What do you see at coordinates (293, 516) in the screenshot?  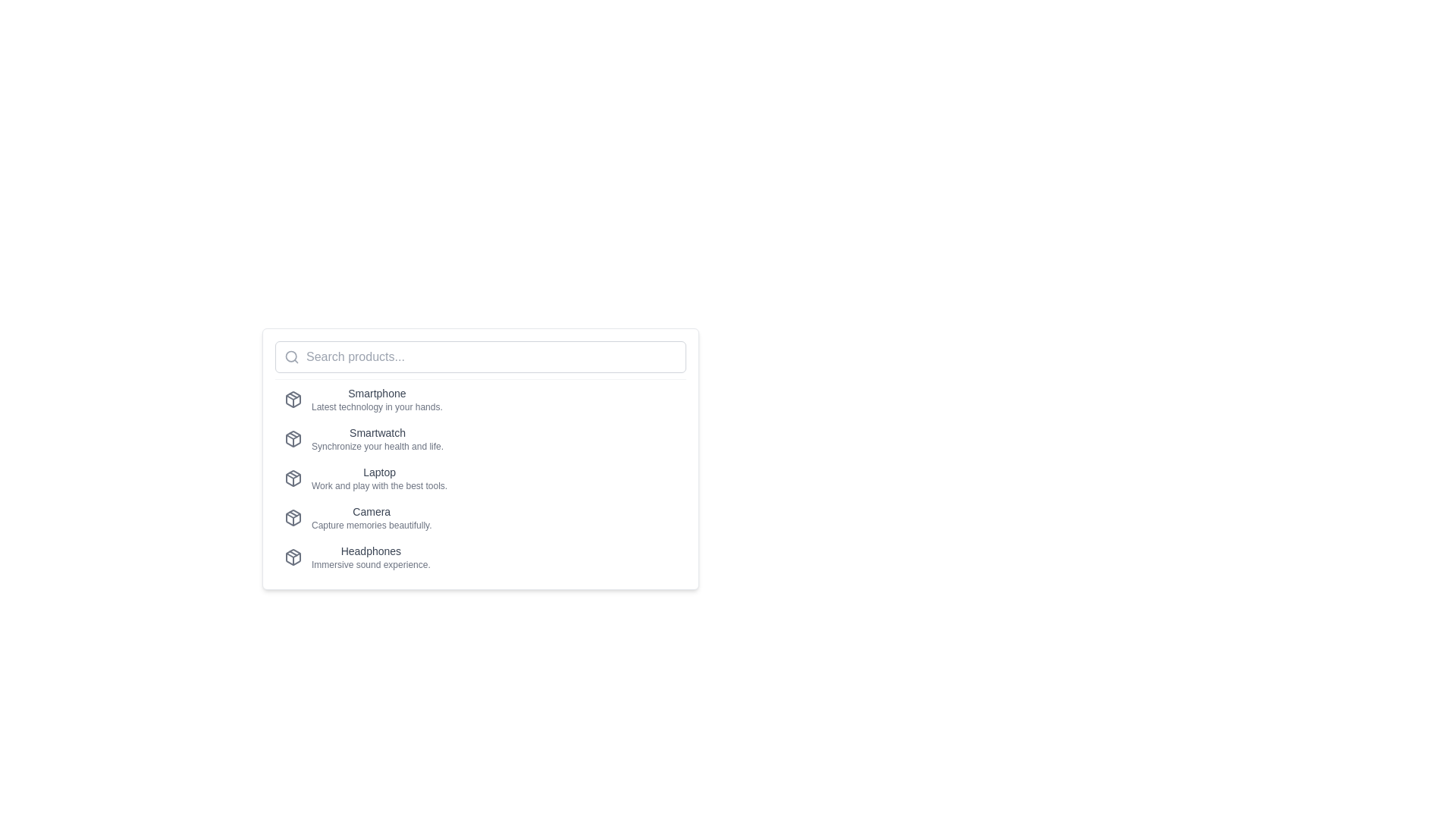 I see `the SVG icon representing the 'Camera' entry within the selection menu, which is located to the left of the text 'Camera' and 'Capture memories beautifully.'` at bounding box center [293, 516].